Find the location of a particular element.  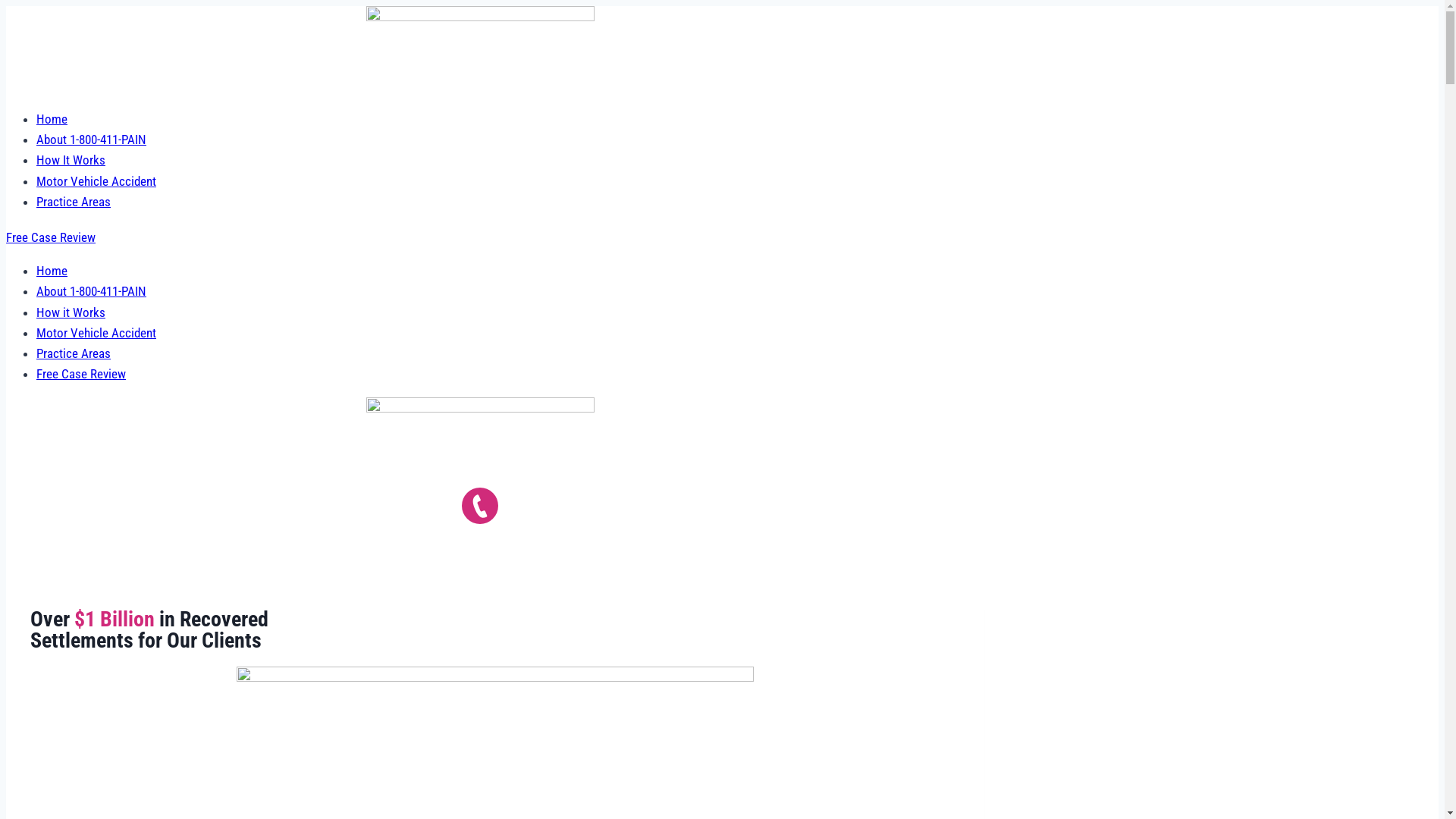

'Practice Areas' is located at coordinates (72, 353).